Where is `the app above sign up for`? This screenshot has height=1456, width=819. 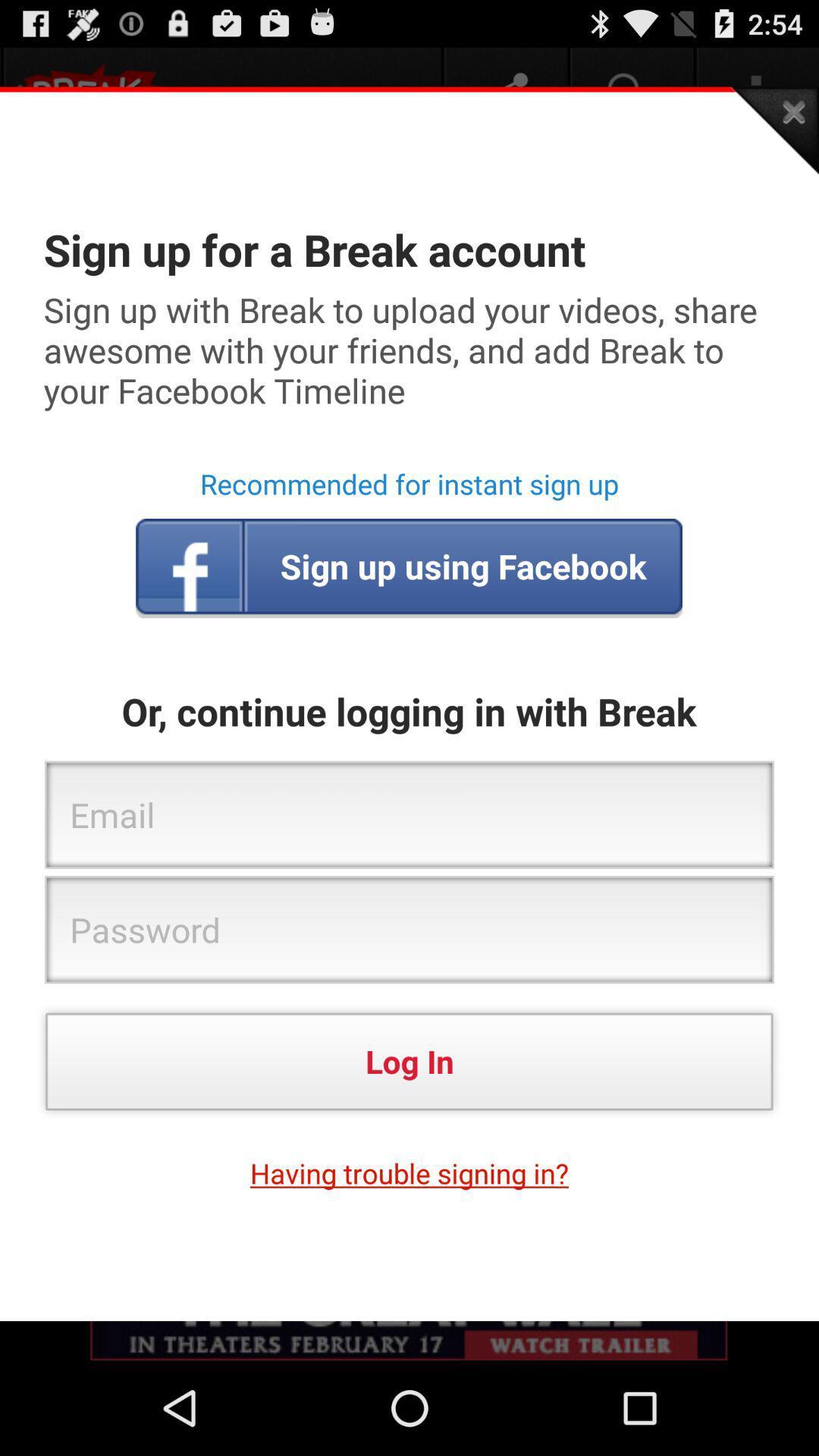 the app above sign up for is located at coordinates (773, 130).